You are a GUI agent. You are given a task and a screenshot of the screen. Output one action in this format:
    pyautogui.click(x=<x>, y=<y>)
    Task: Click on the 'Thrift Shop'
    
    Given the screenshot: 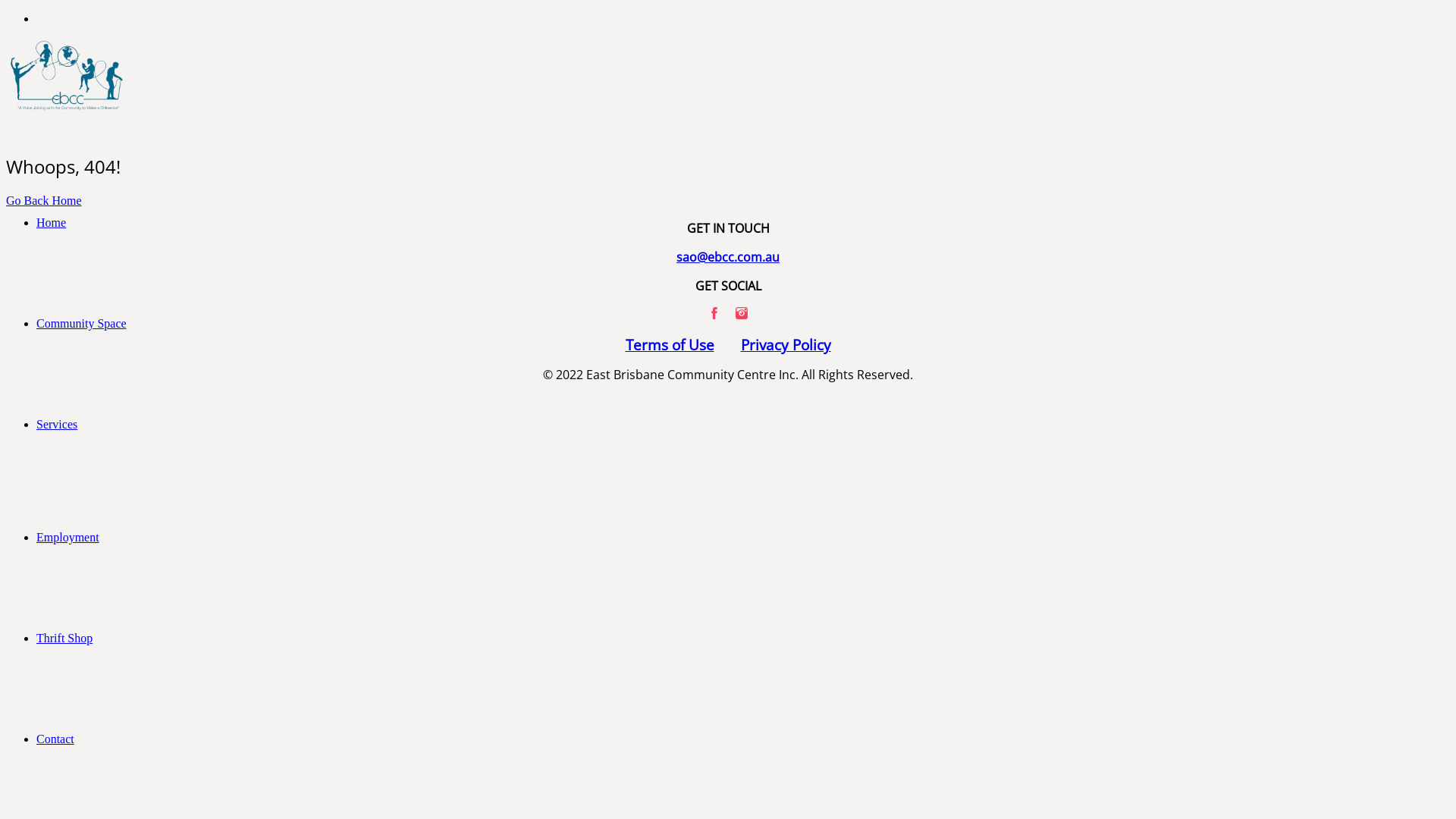 What is the action you would take?
    pyautogui.click(x=64, y=638)
    